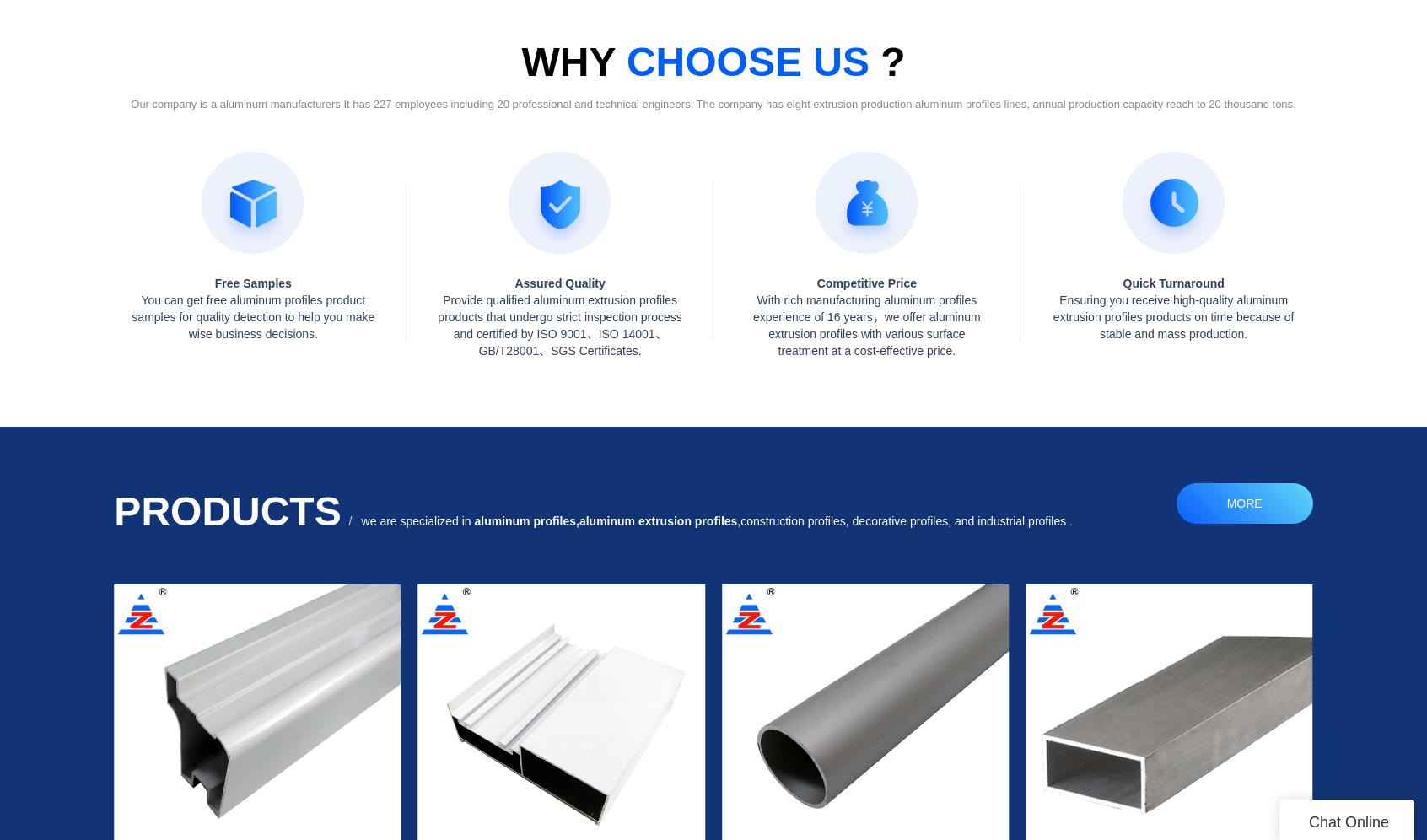 This screenshot has height=840, width=1427. I want to click on '?', so click(867, 61).